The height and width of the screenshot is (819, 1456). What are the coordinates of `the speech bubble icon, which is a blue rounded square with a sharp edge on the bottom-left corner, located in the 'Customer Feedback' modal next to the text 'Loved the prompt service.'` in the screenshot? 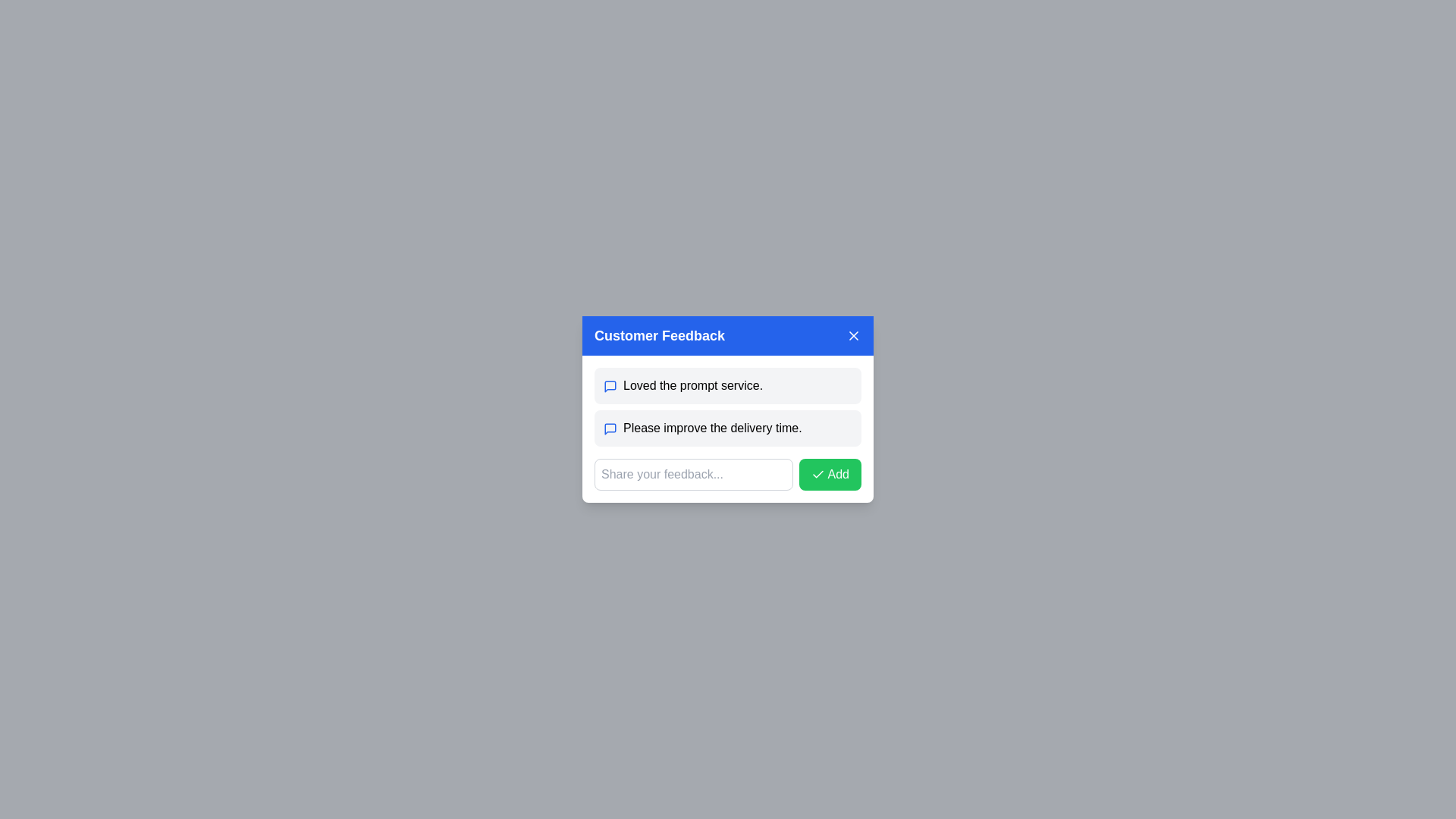 It's located at (610, 429).